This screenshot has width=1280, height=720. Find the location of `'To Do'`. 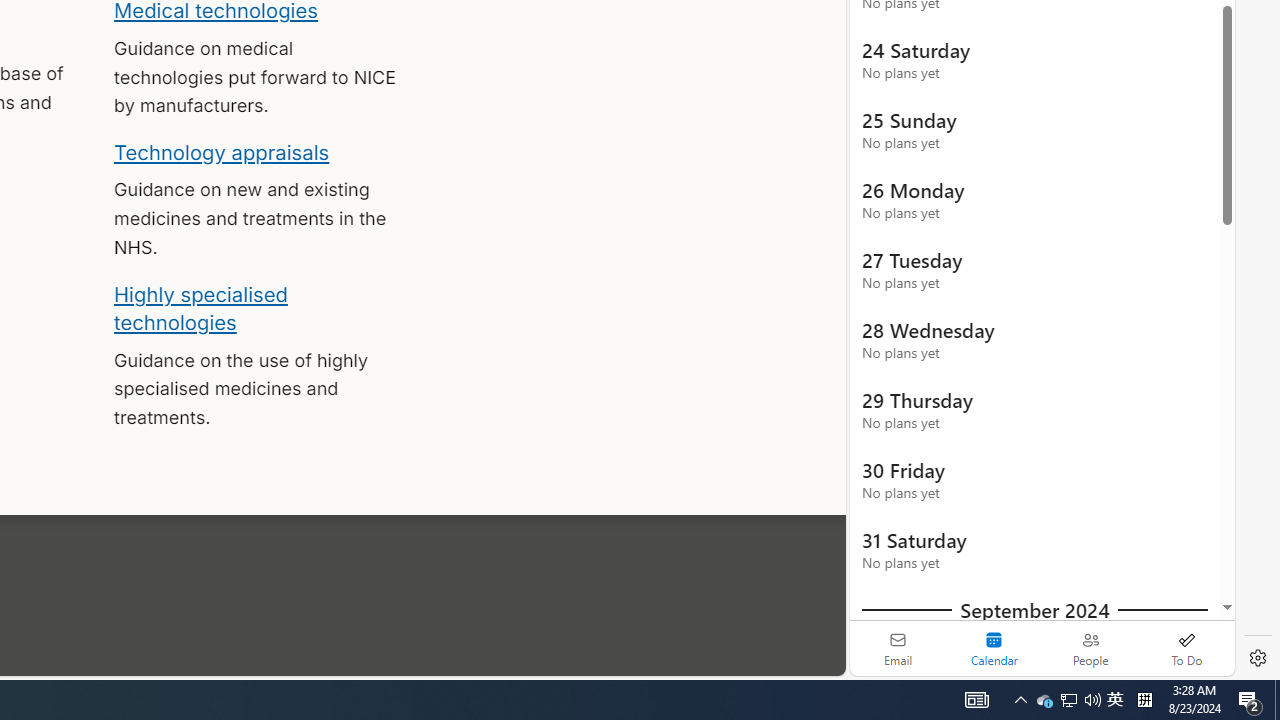

'To Do' is located at coordinates (1186, 648).